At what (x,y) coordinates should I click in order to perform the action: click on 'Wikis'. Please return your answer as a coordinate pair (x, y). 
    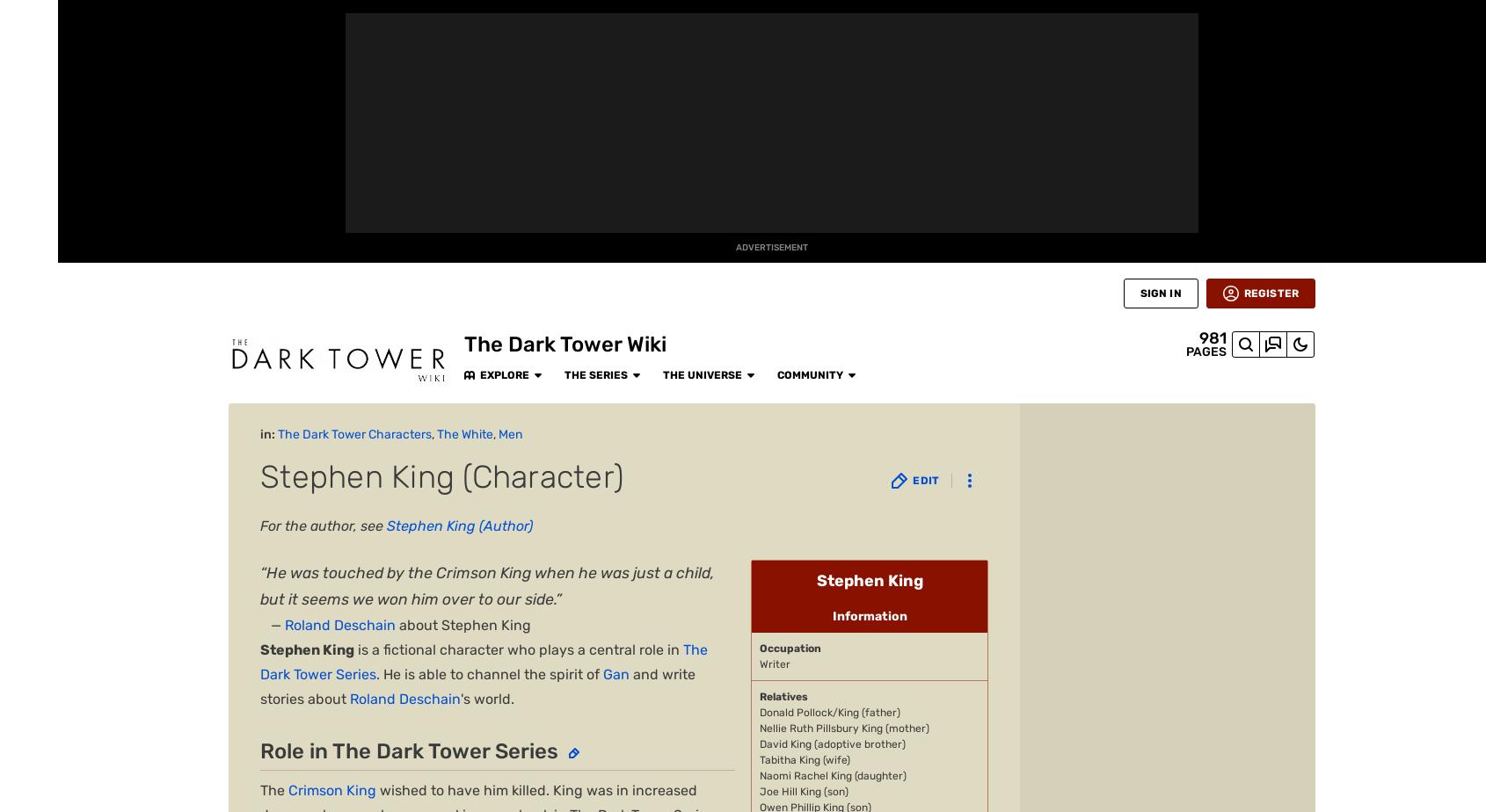
    Looking at the image, I should click on (27, 566).